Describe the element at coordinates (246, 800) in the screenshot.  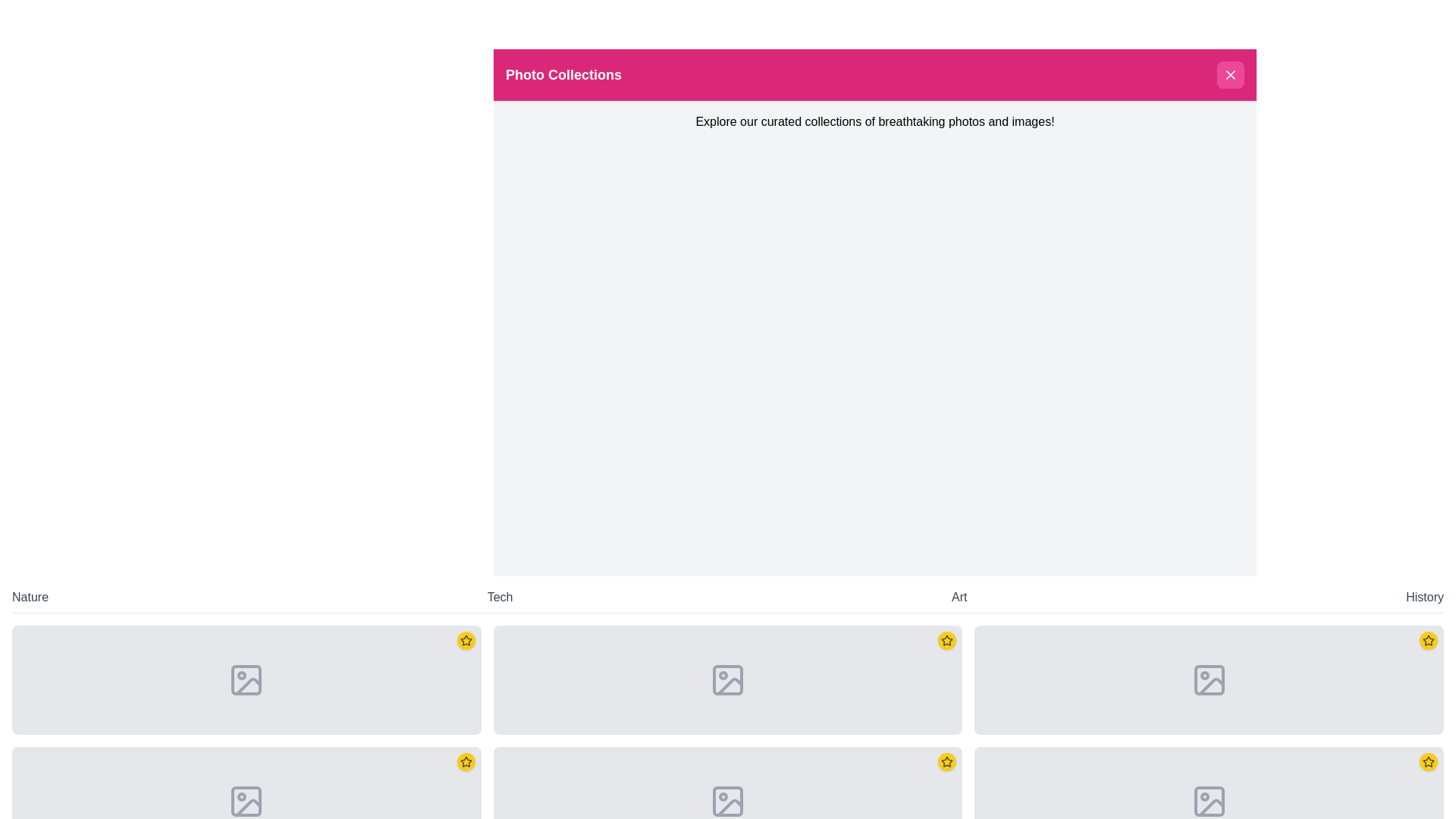
I see `the second icon in the grid layout below the label 'Nature'` at that location.